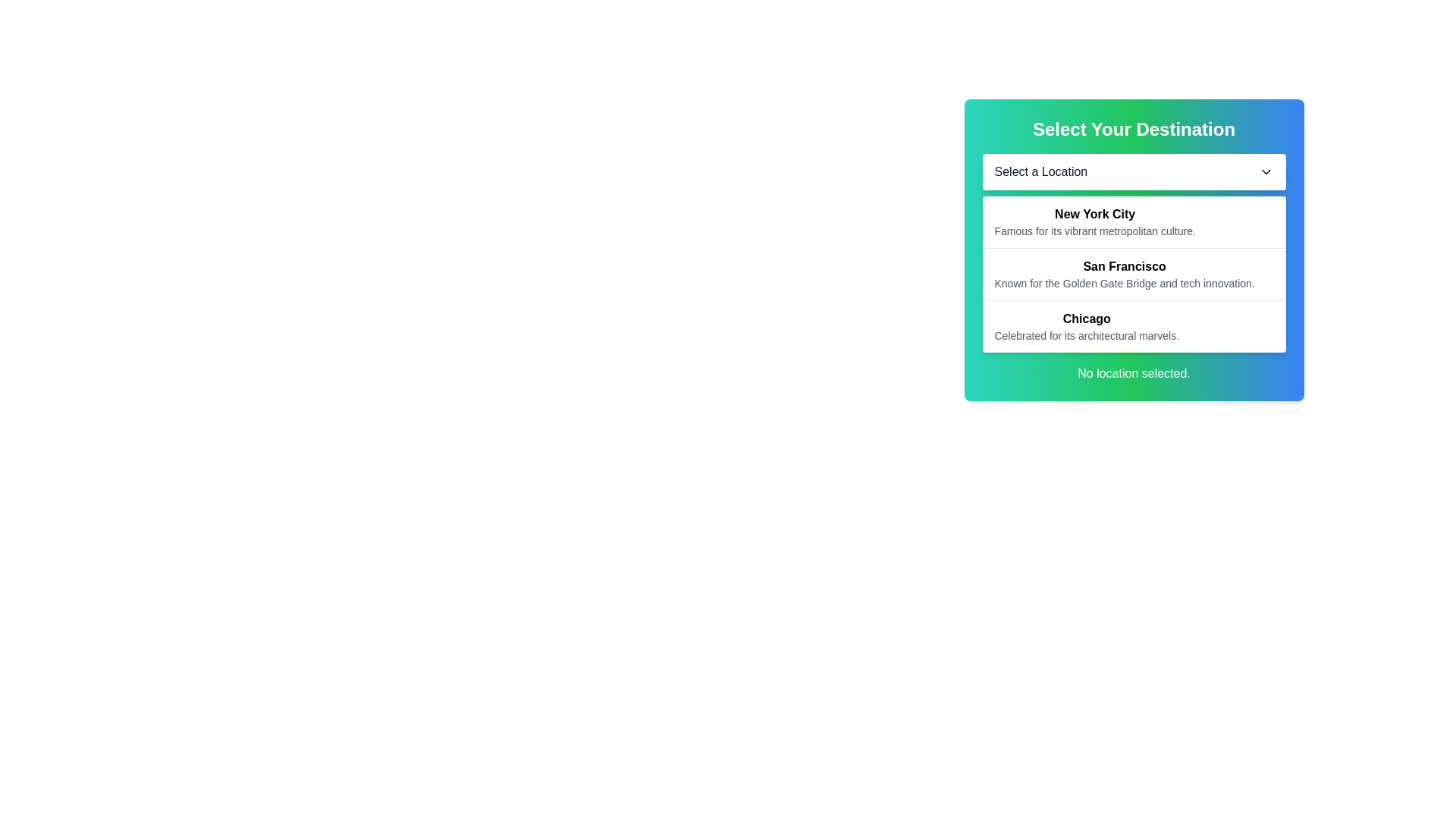  Describe the element at coordinates (1086, 335) in the screenshot. I see `text label displaying 'Celebrated for its architectural marvels.' located beneath the bolded city name 'Chicago' in the details section` at that location.